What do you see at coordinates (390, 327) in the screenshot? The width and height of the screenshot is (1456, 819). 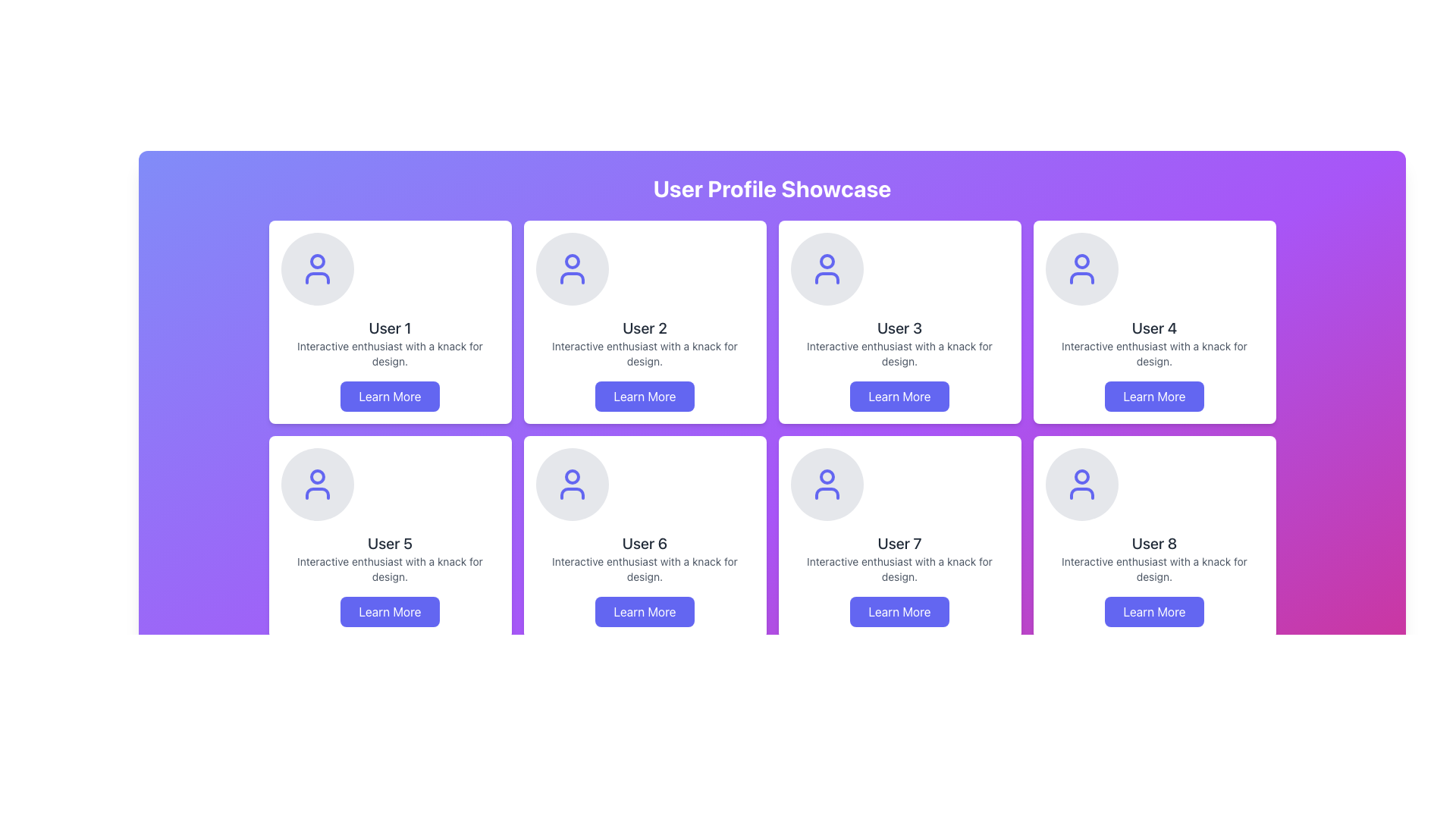 I see `text label displaying 'User 1' located in the first card of the grid layout, which has a bold, extra-large font on a white card with a rounded outline` at bounding box center [390, 327].